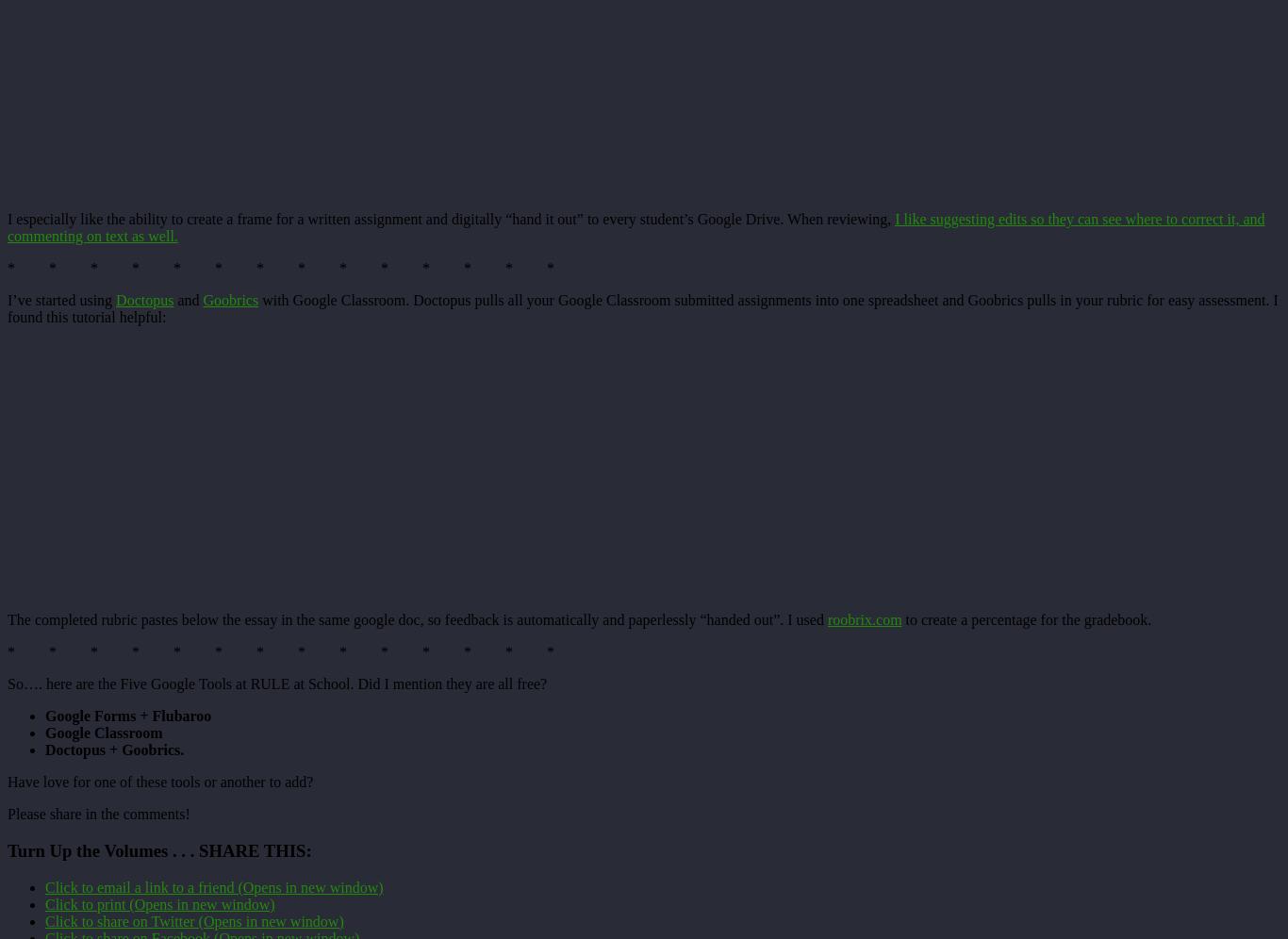  I want to click on 'Turn Up the Volumes . . . SHARE THIS:', so click(8, 848).